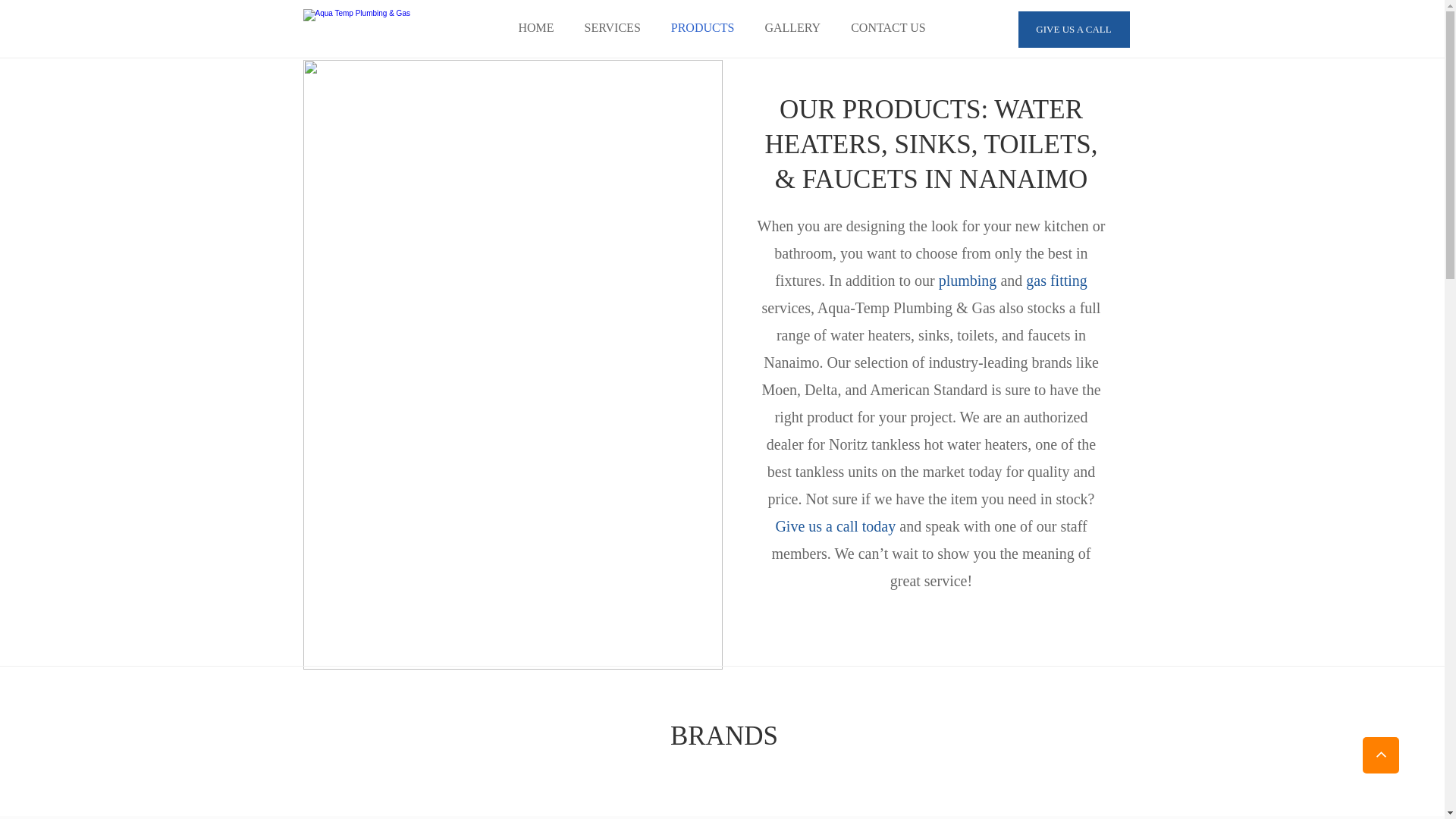 Image resolution: width=1456 pixels, height=819 pixels. I want to click on 'Give us a call today', so click(834, 526).